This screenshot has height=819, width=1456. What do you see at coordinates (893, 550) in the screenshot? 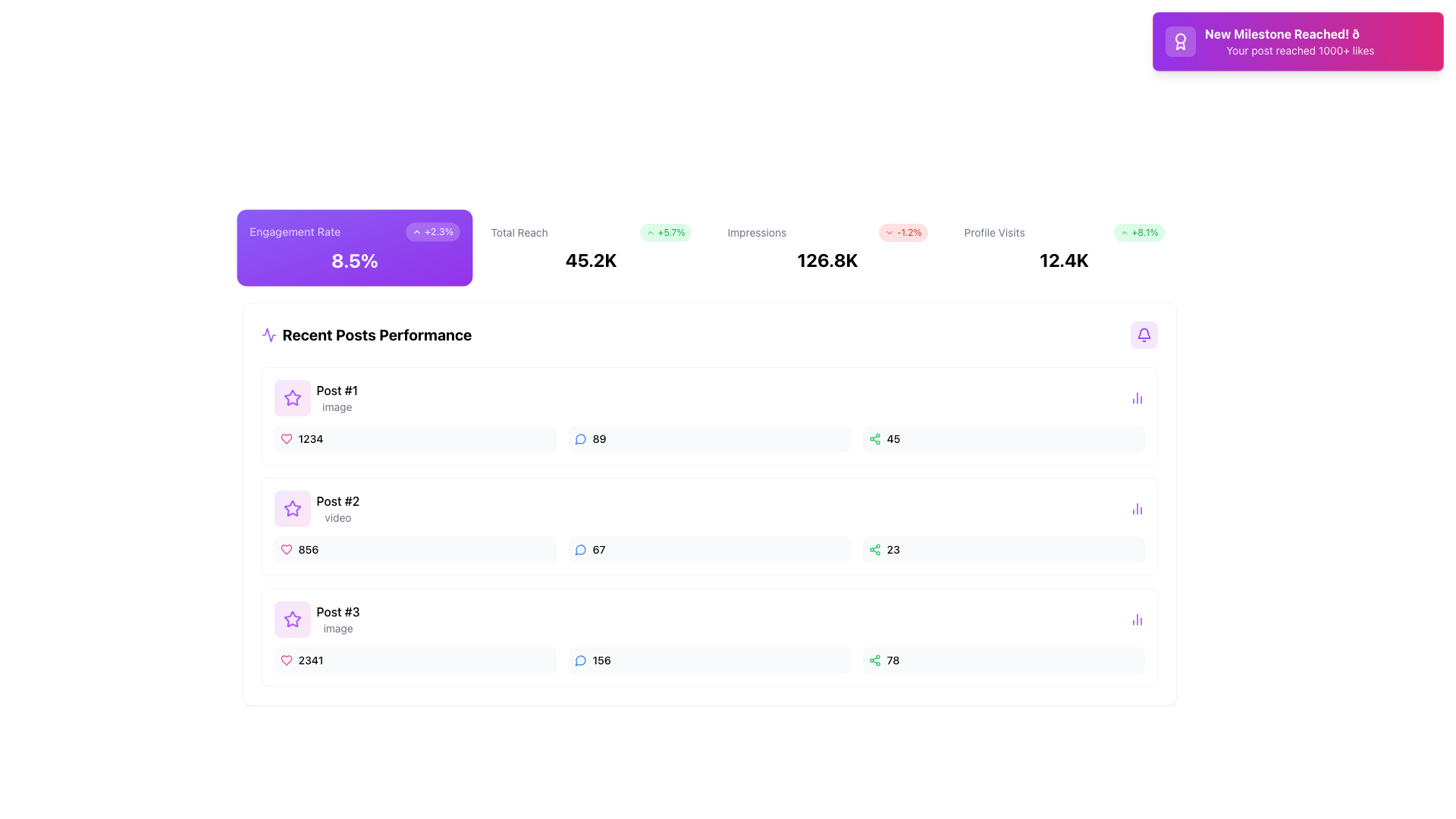
I see `the small text label displaying '23', which is the last element in a data row within the 'Recent Posts Performance' section` at bounding box center [893, 550].